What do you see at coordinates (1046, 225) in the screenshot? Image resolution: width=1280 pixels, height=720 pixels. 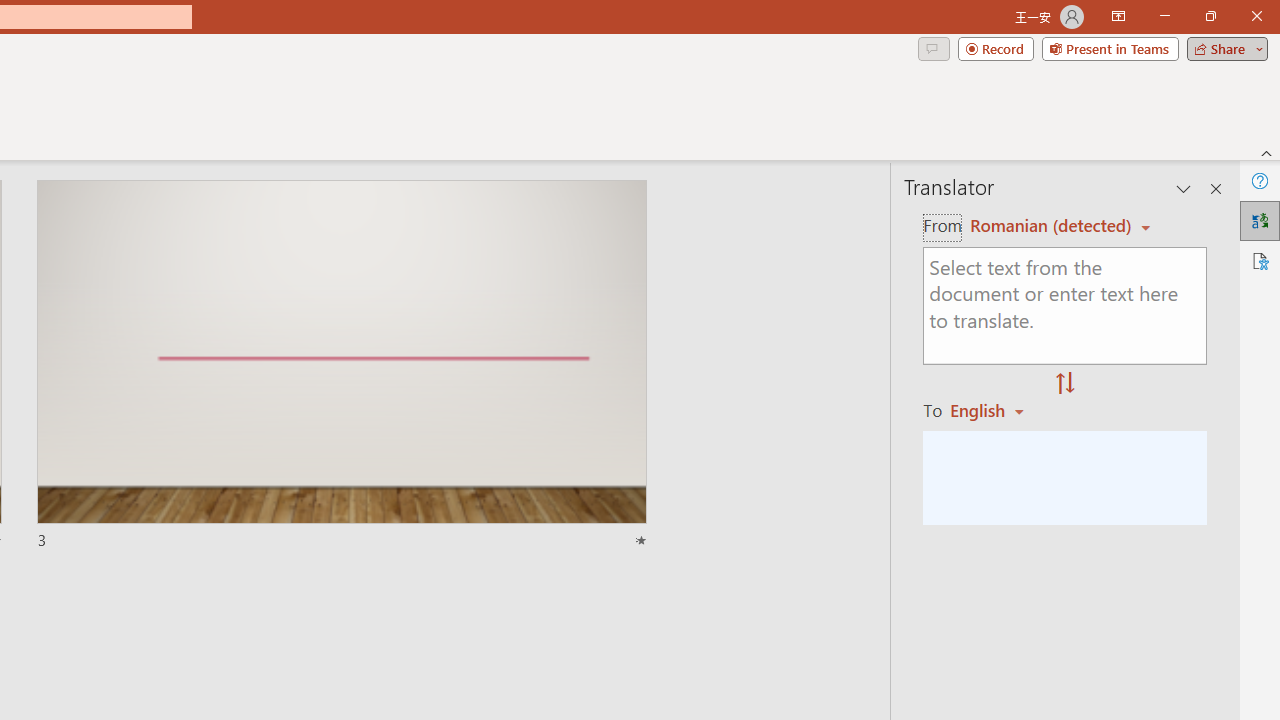 I see `'Czech (detected)'` at bounding box center [1046, 225].